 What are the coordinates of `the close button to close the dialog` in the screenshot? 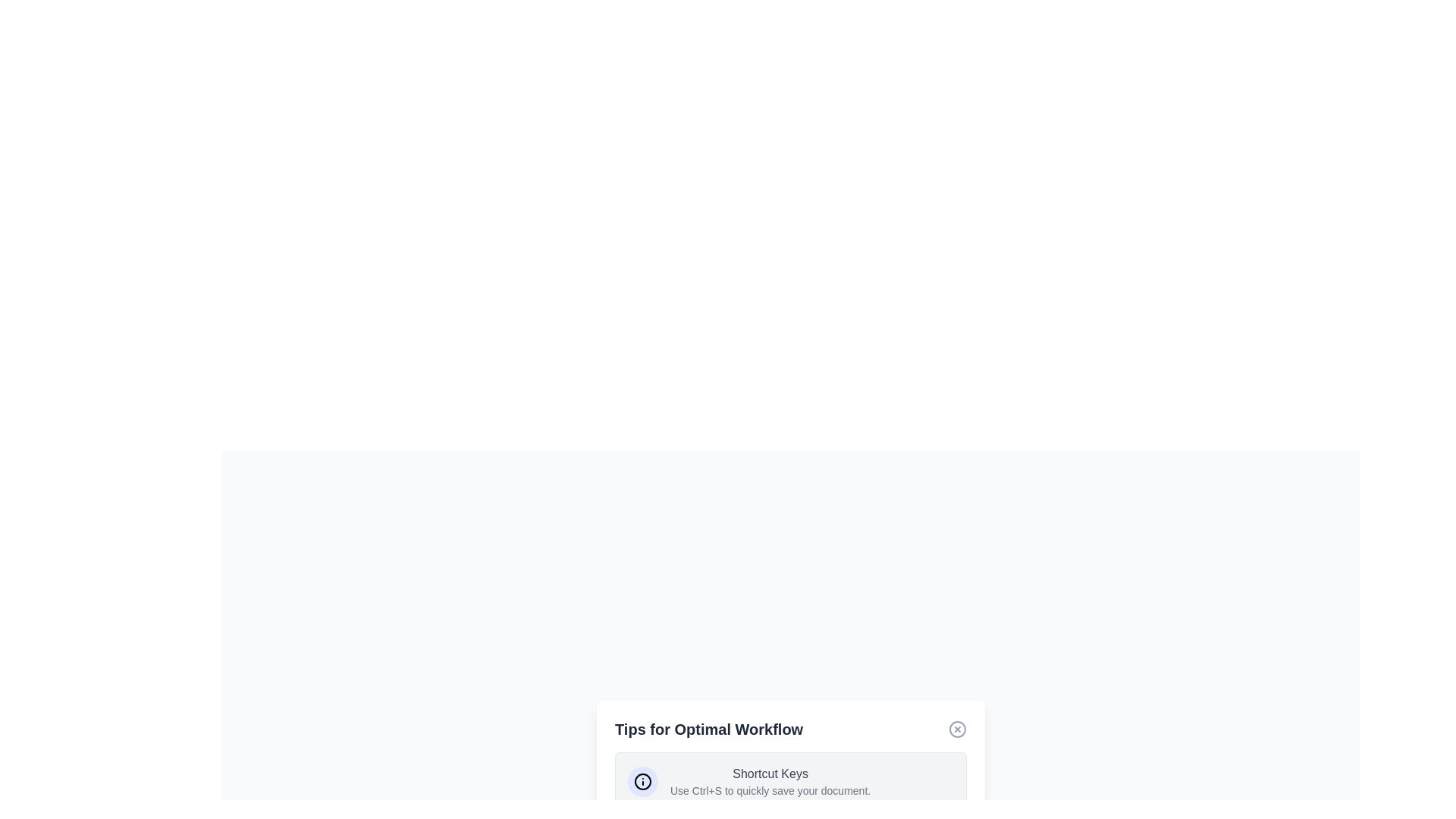 It's located at (956, 728).